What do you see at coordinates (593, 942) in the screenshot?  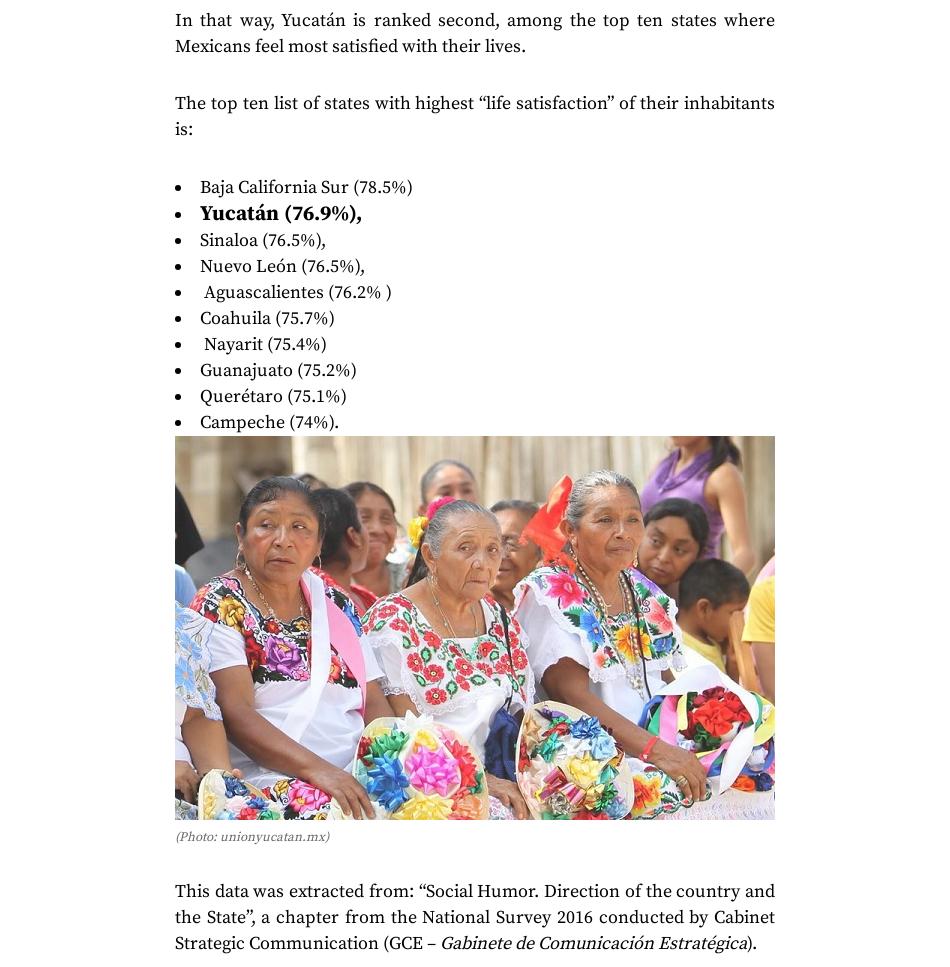 I see `'Gabinete de Comunicación Estratégica'` at bounding box center [593, 942].